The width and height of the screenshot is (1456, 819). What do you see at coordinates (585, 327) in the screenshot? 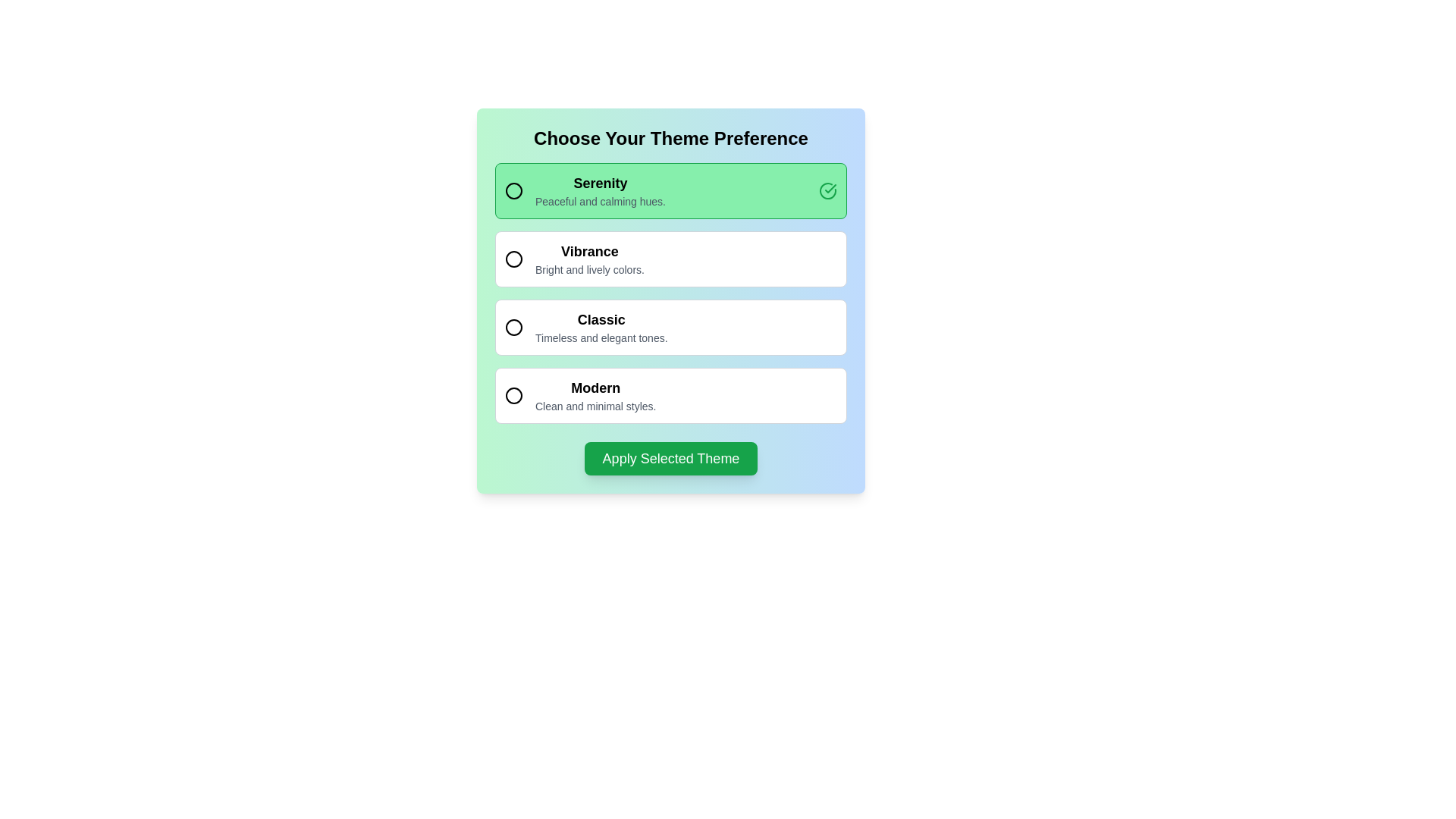
I see `the 'Classic' theme option, which is a radio button and text combo located as the third option in a vertical list of selectable themes` at bounding box center [585, 327].